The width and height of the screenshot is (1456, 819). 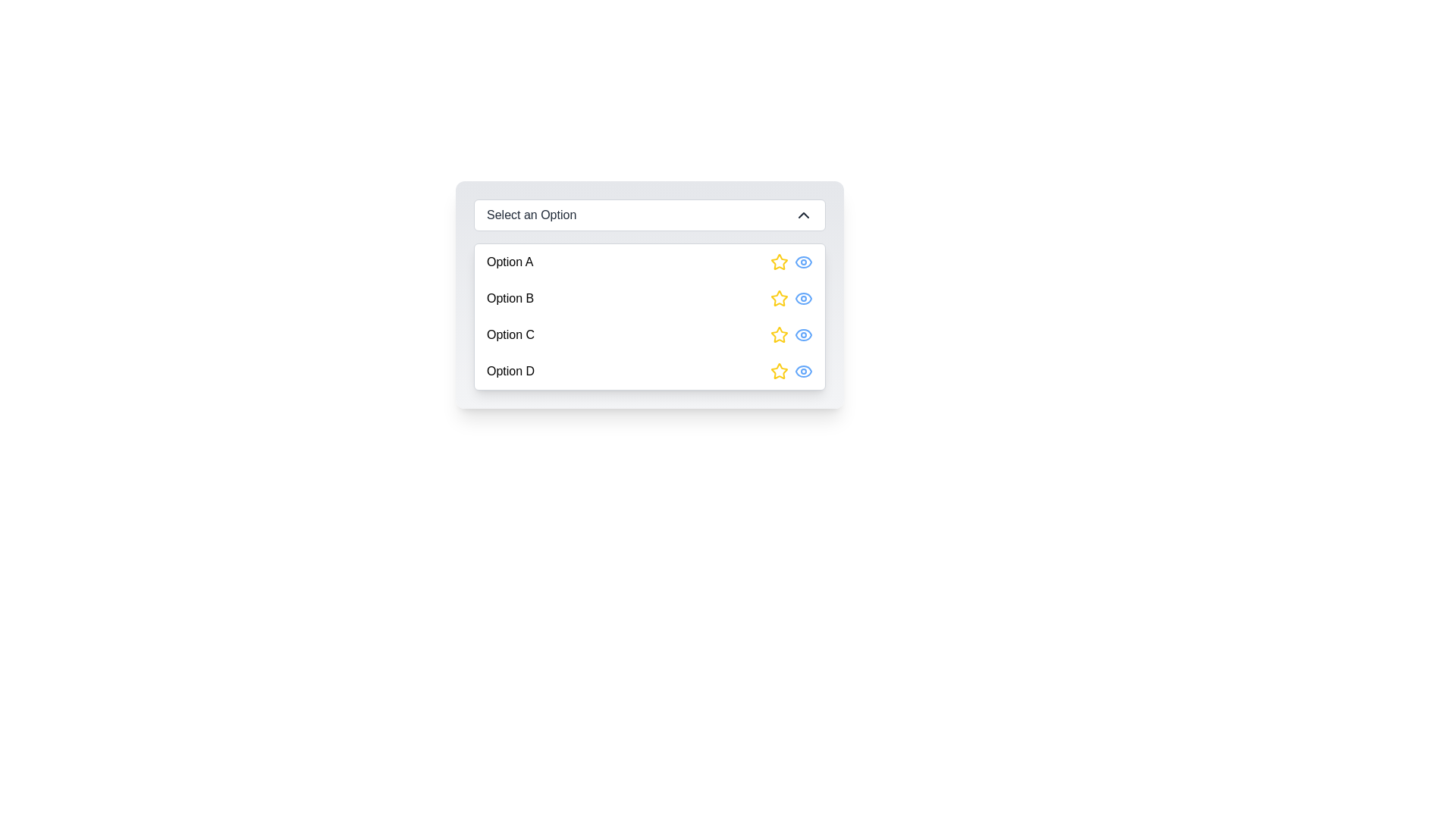 What do you see at coordinates (510, 371) in the screenshot?
I see `text label displaying 'Option D' which is the last item in the dropdown menu` at bounding box center [510, 371].